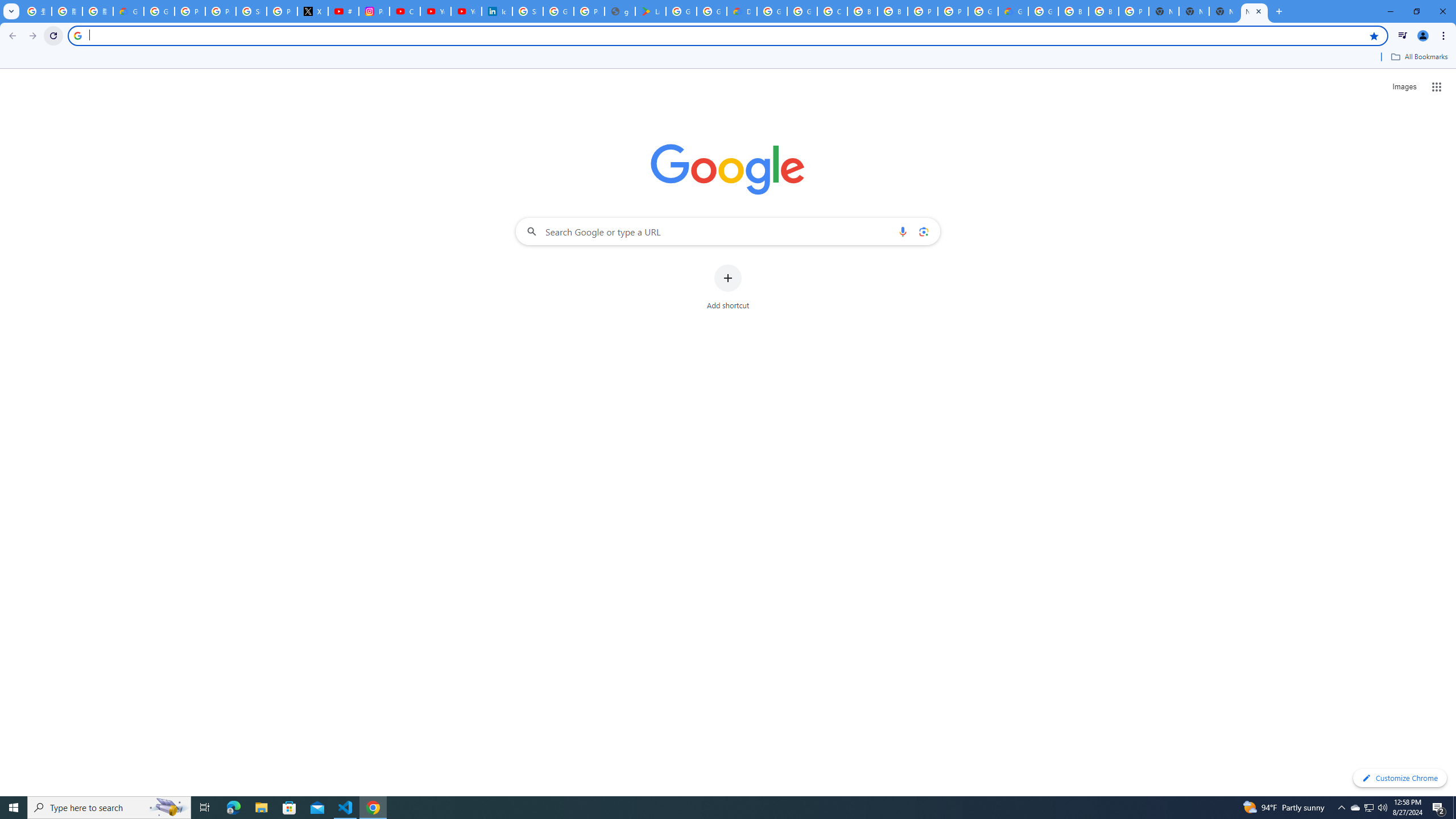  I want to click on 'Google Cloud Platform', so click(983, 11).